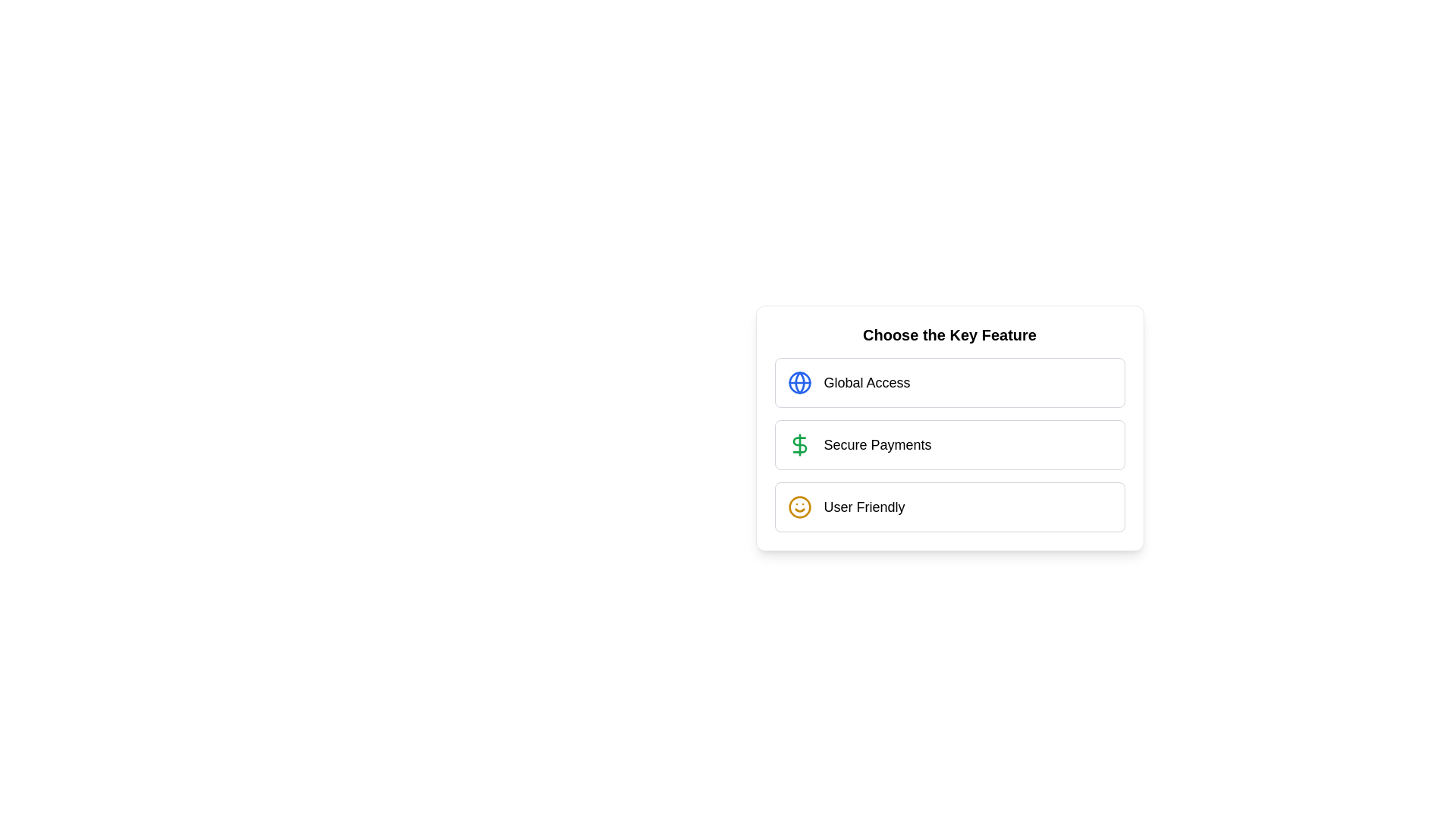 This screenshot has width=1456, height=819. I want to click on the decorative SVG circle of the smiley icon, which represents the 'User Friendly' feature, located as the third option in the vertical feature selection list, so click(799, 507).